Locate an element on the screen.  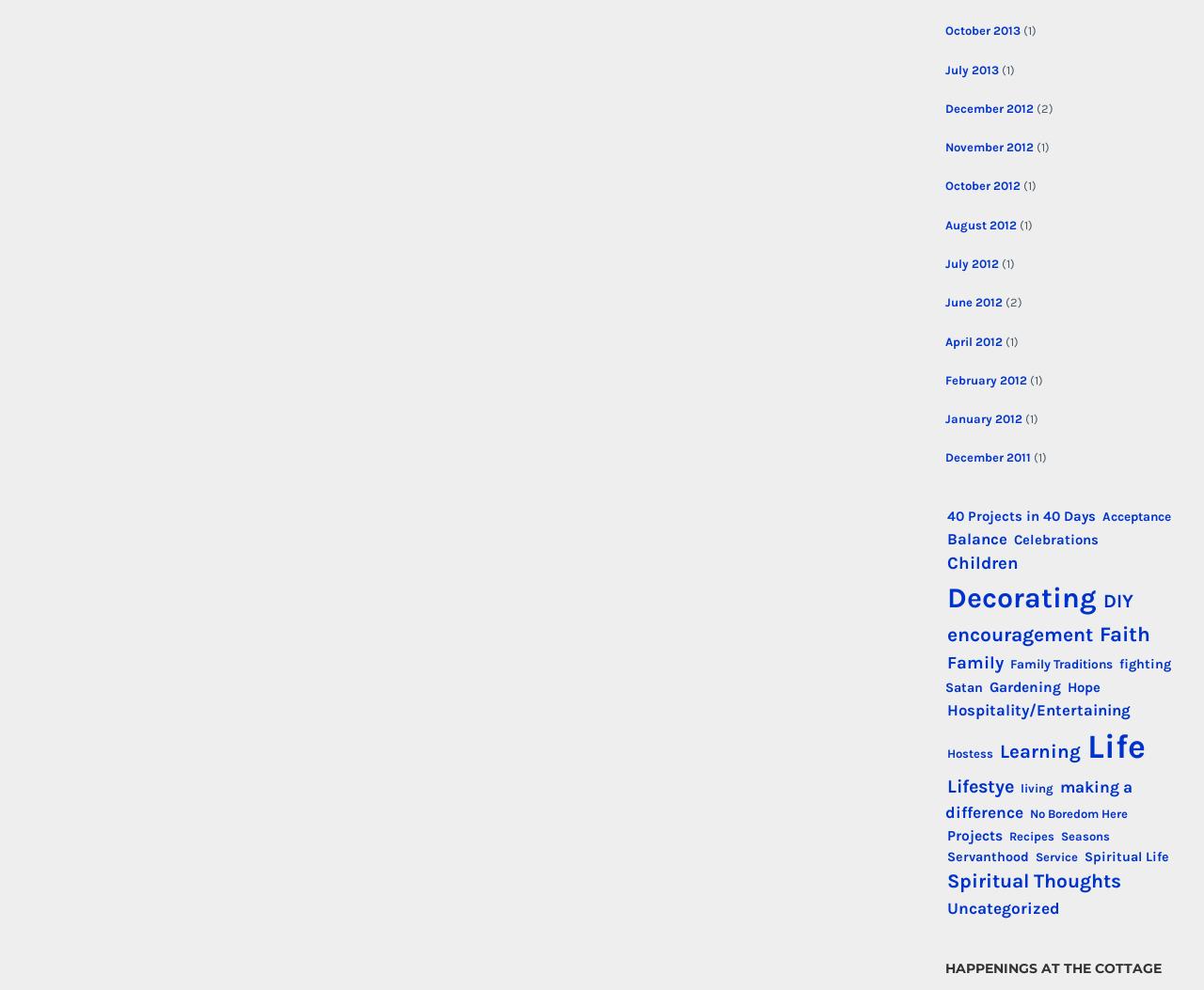
'Spiritual Life' is located at coordinates (1126, 855).